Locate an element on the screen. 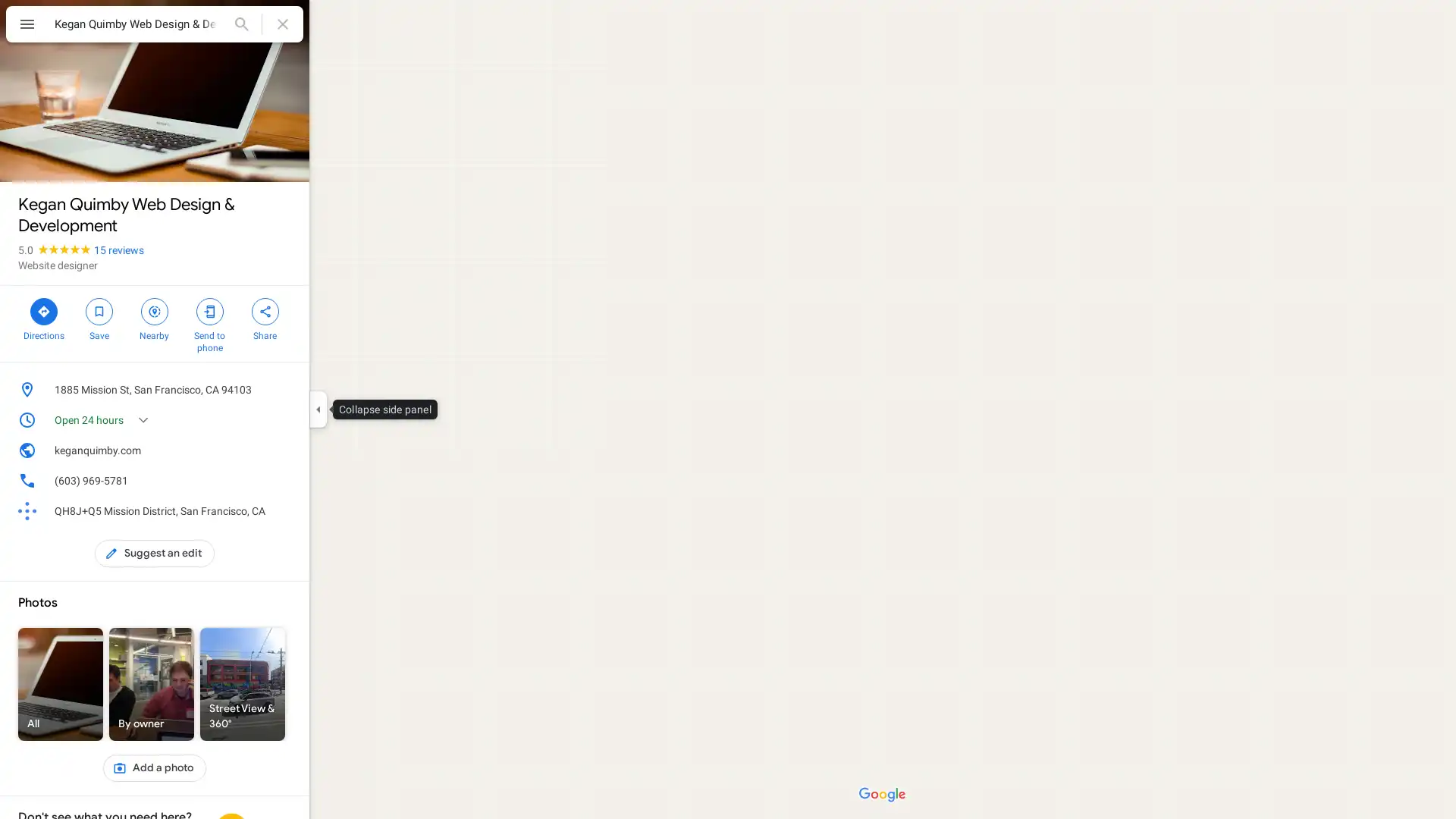 Image resolution: width=1456 pixels, height=819 pixels. Street View & 360 is located at coordinates (243, 684).